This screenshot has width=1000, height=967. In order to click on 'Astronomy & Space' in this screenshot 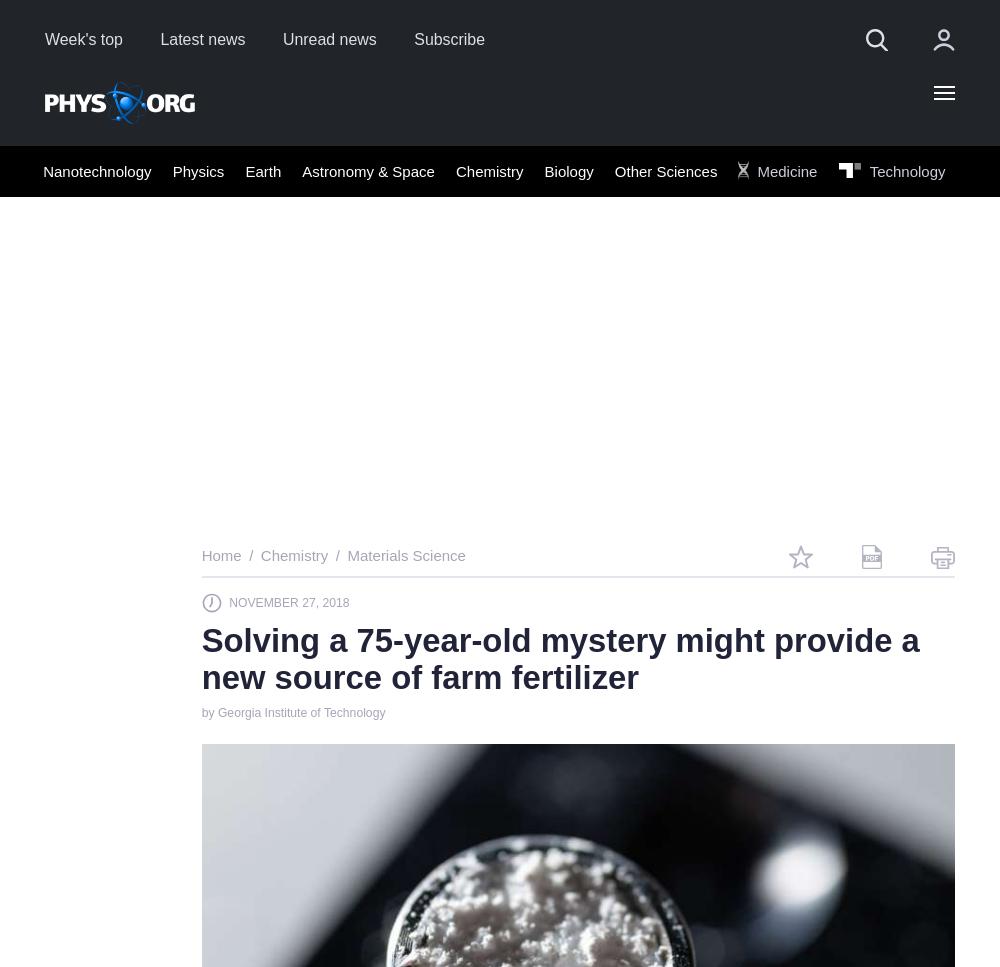, I will do `click(367, 170)`.